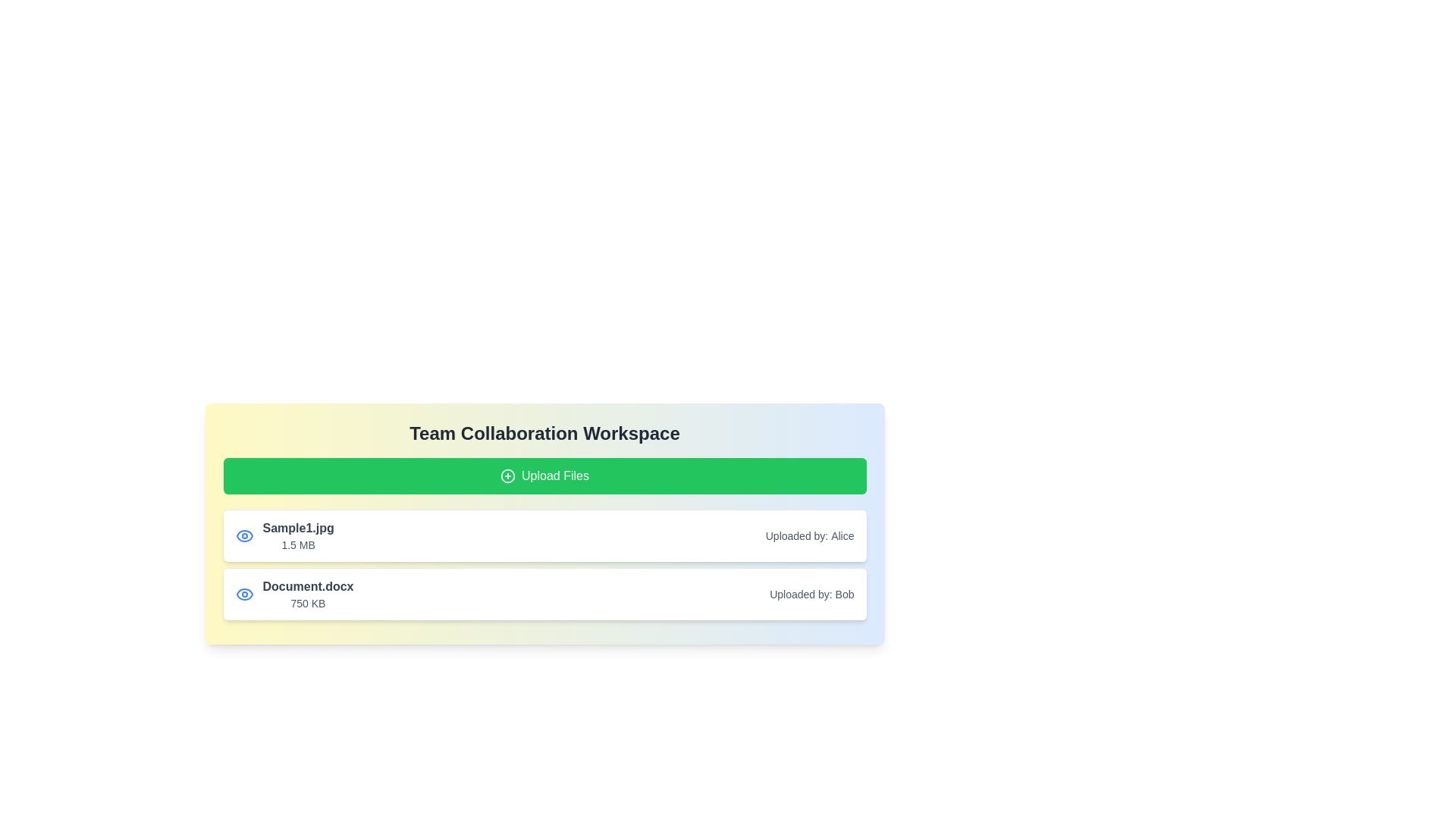 The width and height of the screenshot is (1456, 819). Describe the element at coordinates (544, 475) in the screenshot. I see `the green rectangular button labeled 'Upload Files' to observe the background color change` at that location.